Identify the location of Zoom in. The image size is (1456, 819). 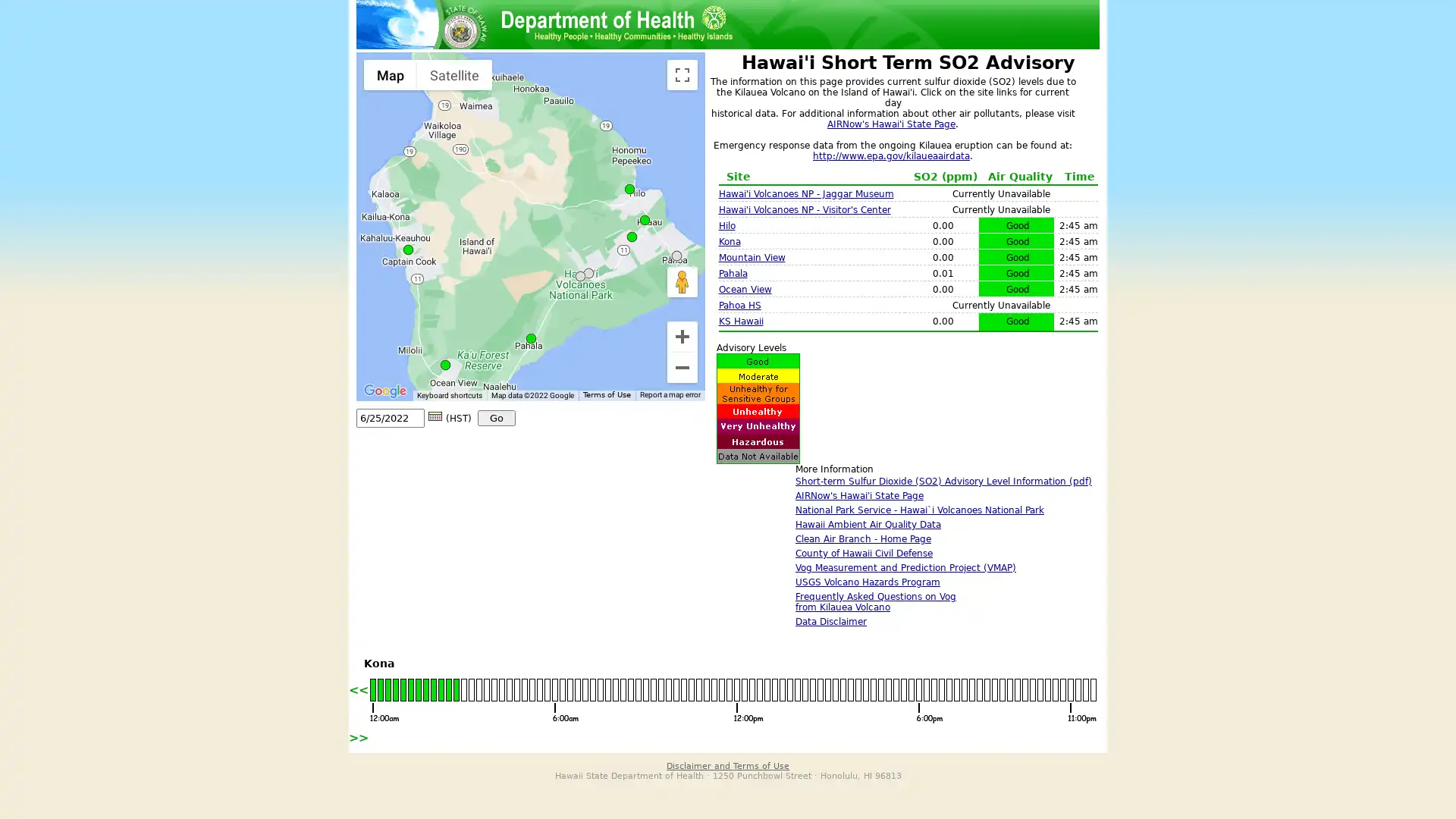
(682, 335).